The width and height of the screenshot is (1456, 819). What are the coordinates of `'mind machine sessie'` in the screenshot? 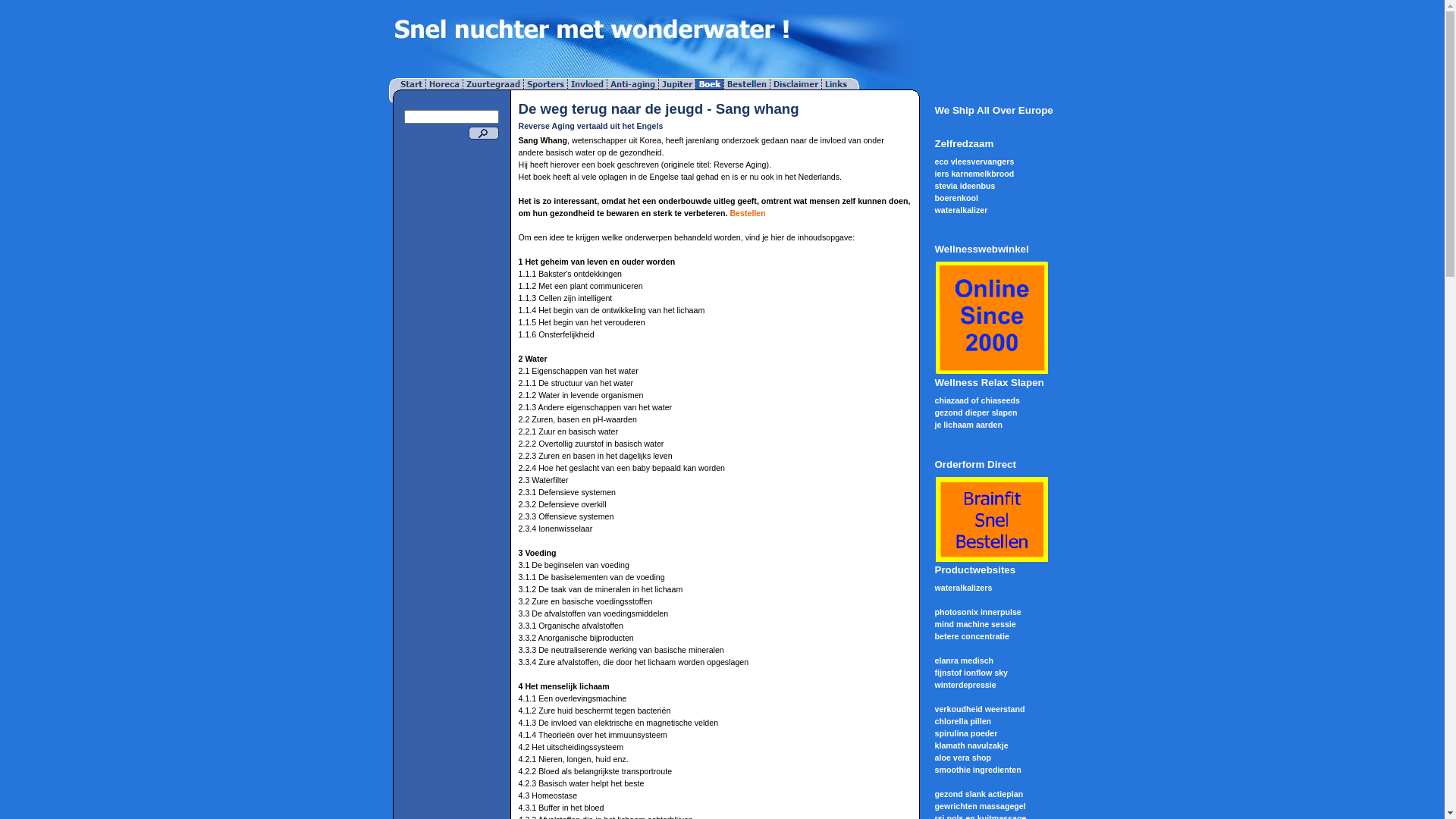 It's located at (934, 623).